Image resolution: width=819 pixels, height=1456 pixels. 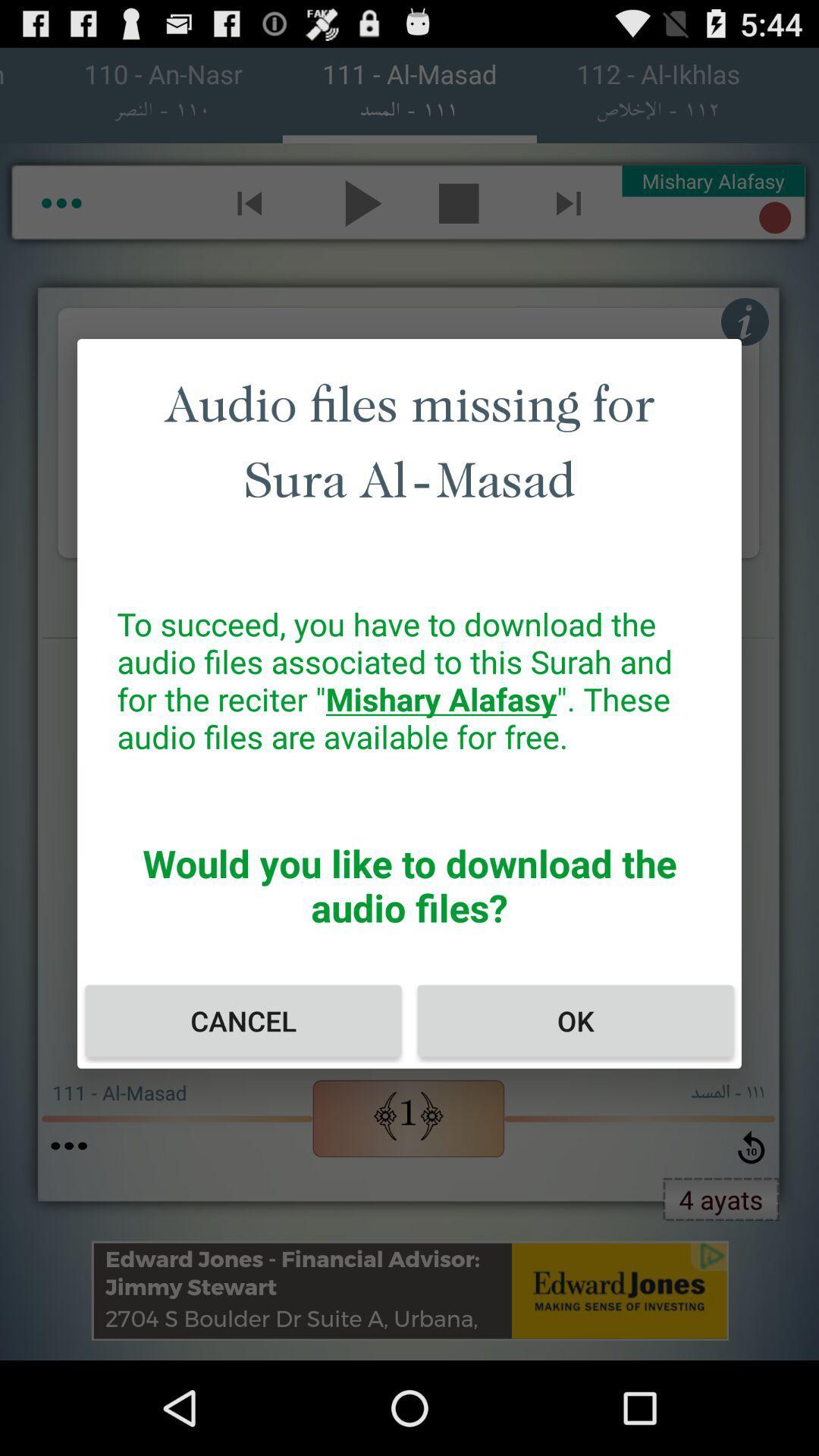 I want to click on cancel, so click(x=242, y=1021).